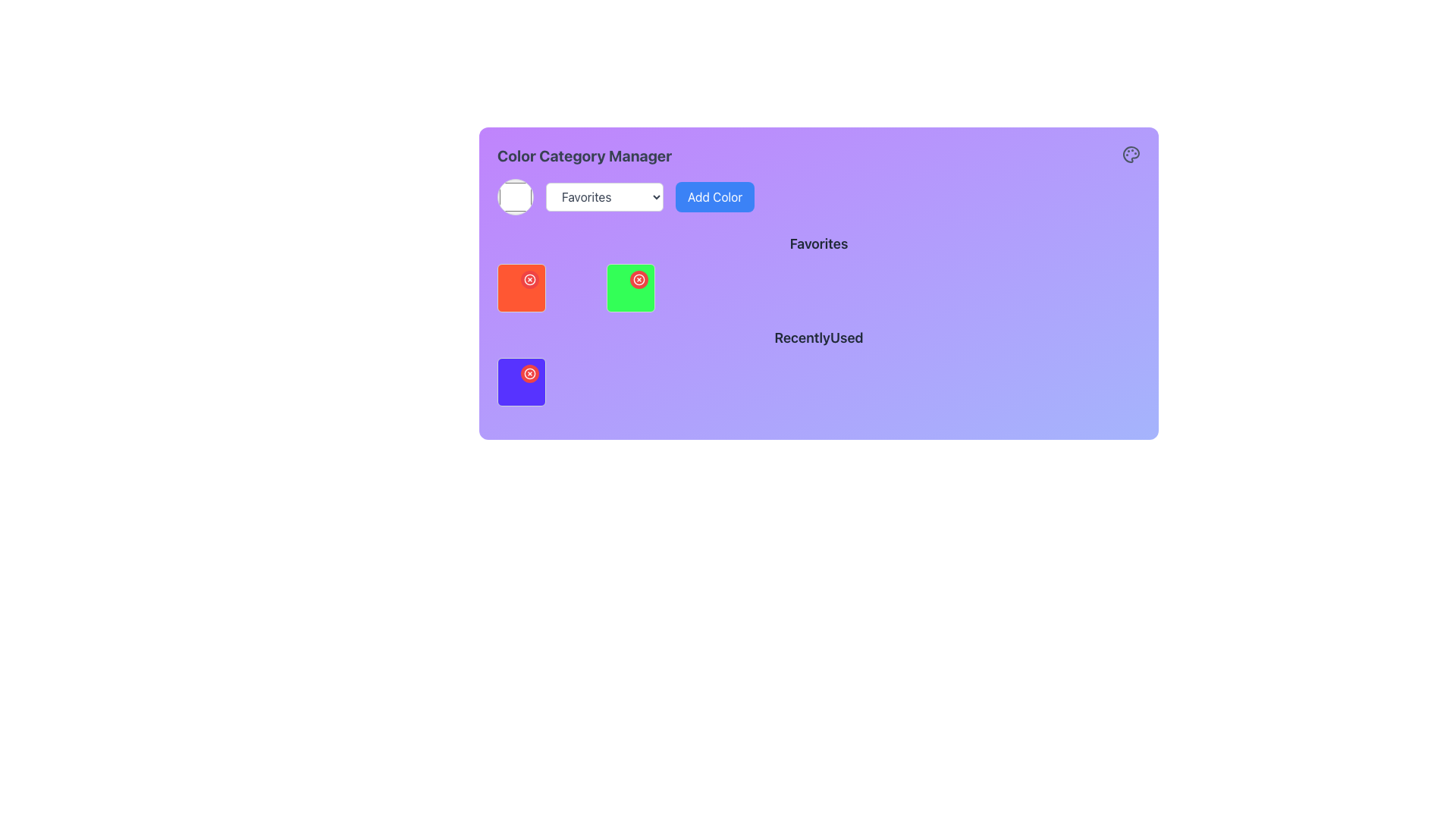 Image resolution: width=1456 pixels, height=819 pixels. What do you see at coordinates (714, 196) in the screenshot?
I see `the 'Add Color' button, which is a rectangular button with rounded edges, blue background, and white text, located to the right of the 'Favorites' dropdown` at bounding box center [714, 196].